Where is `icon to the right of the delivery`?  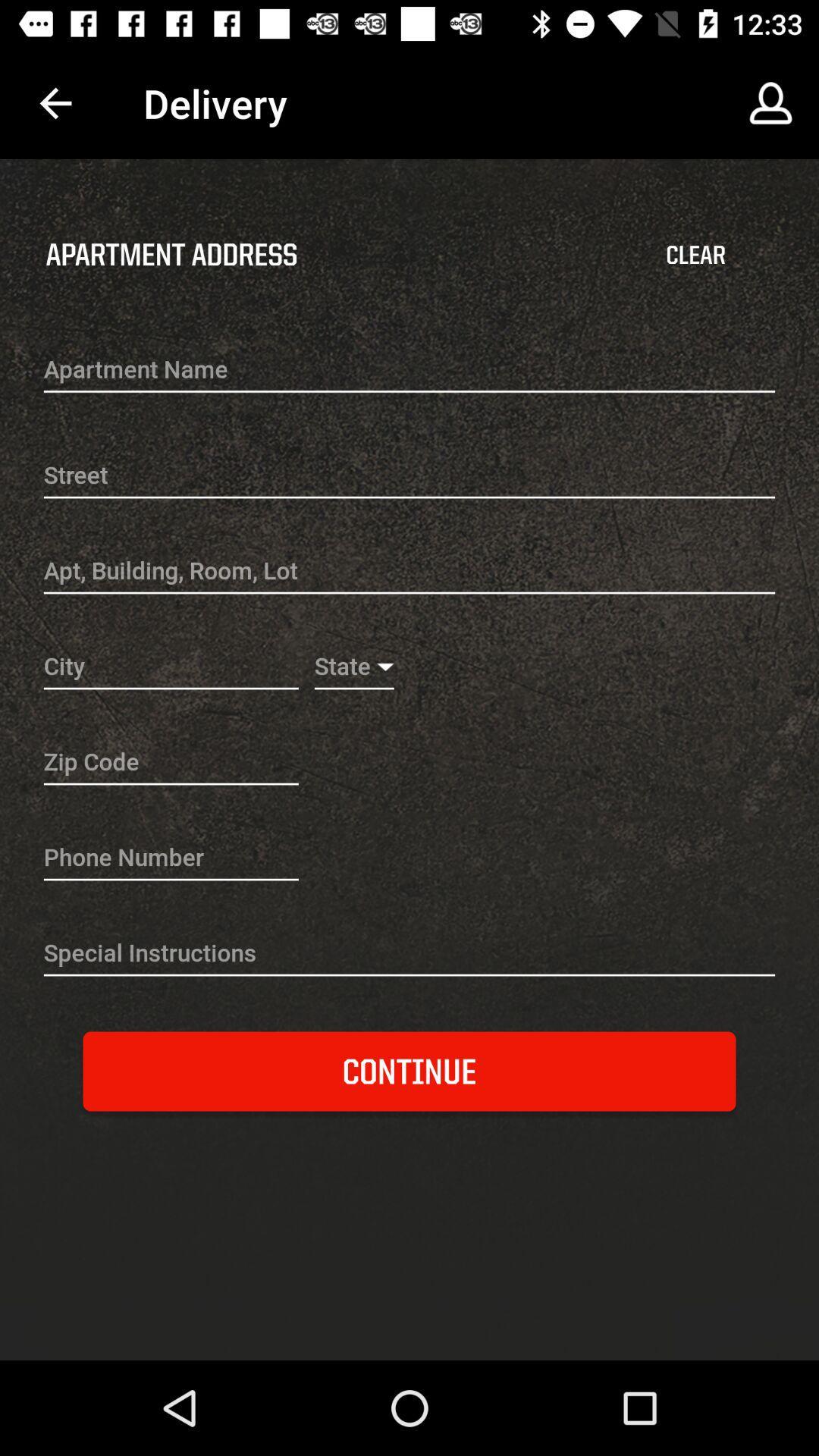
icon to the right of the delivery is located at coordinates (771, 102).